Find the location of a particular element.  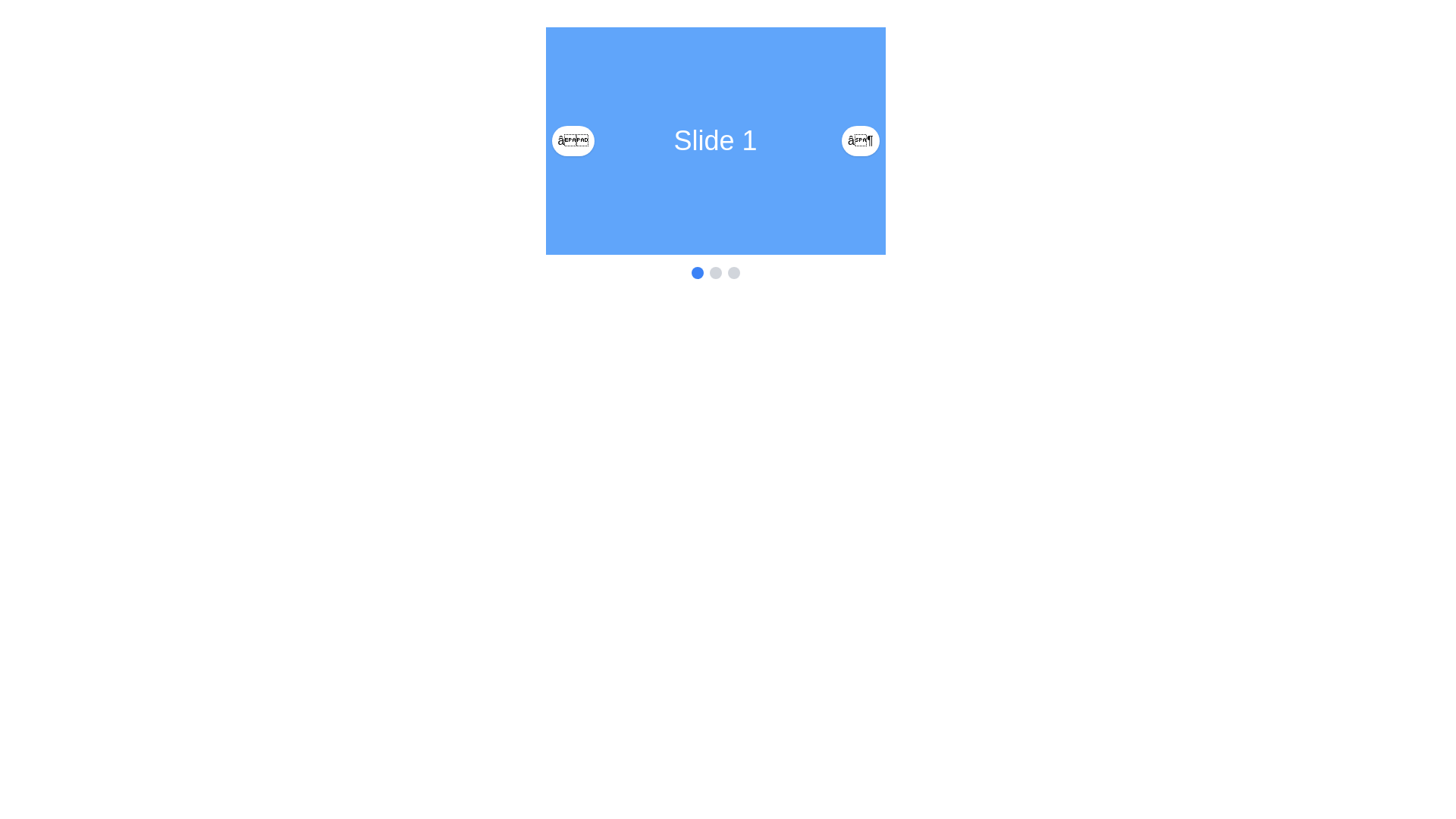

the circular button with a white background and left-pointing arrow symbol to change its background to gray is located at coordinates (572, 140).